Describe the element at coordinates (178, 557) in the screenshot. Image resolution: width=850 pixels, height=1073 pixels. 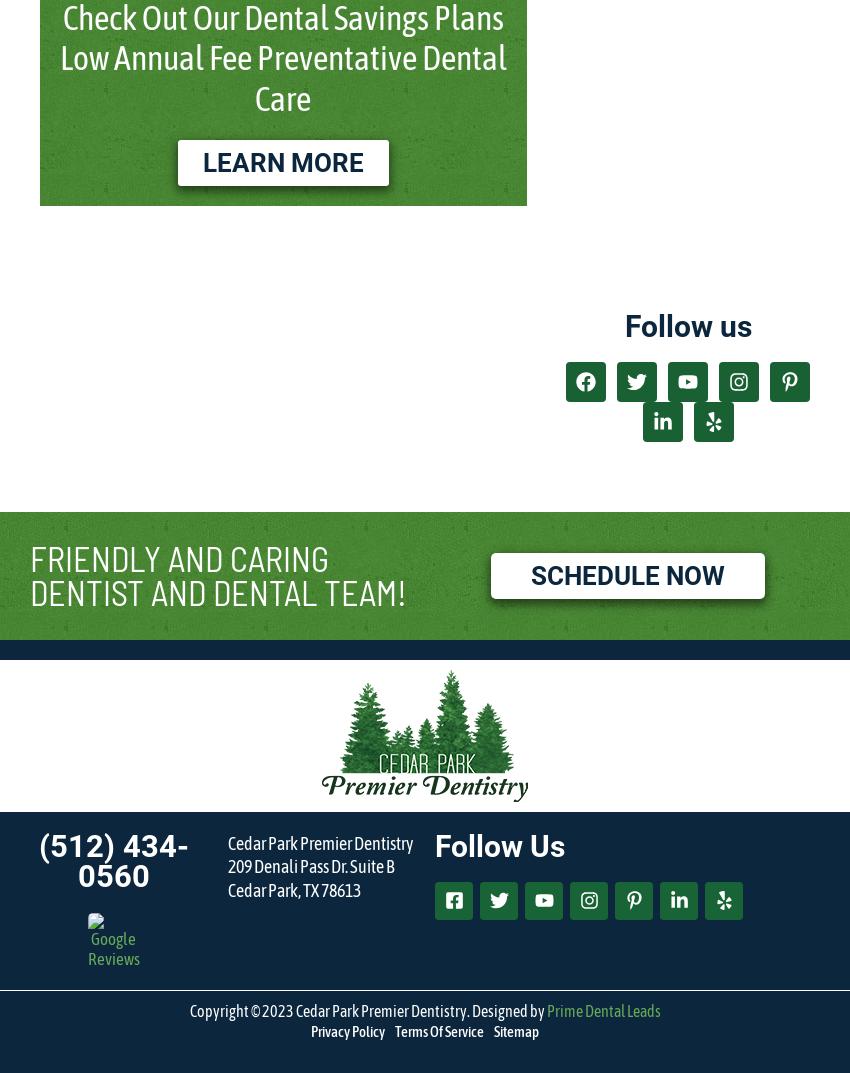
I see `'Friendly and caring'` at that location.